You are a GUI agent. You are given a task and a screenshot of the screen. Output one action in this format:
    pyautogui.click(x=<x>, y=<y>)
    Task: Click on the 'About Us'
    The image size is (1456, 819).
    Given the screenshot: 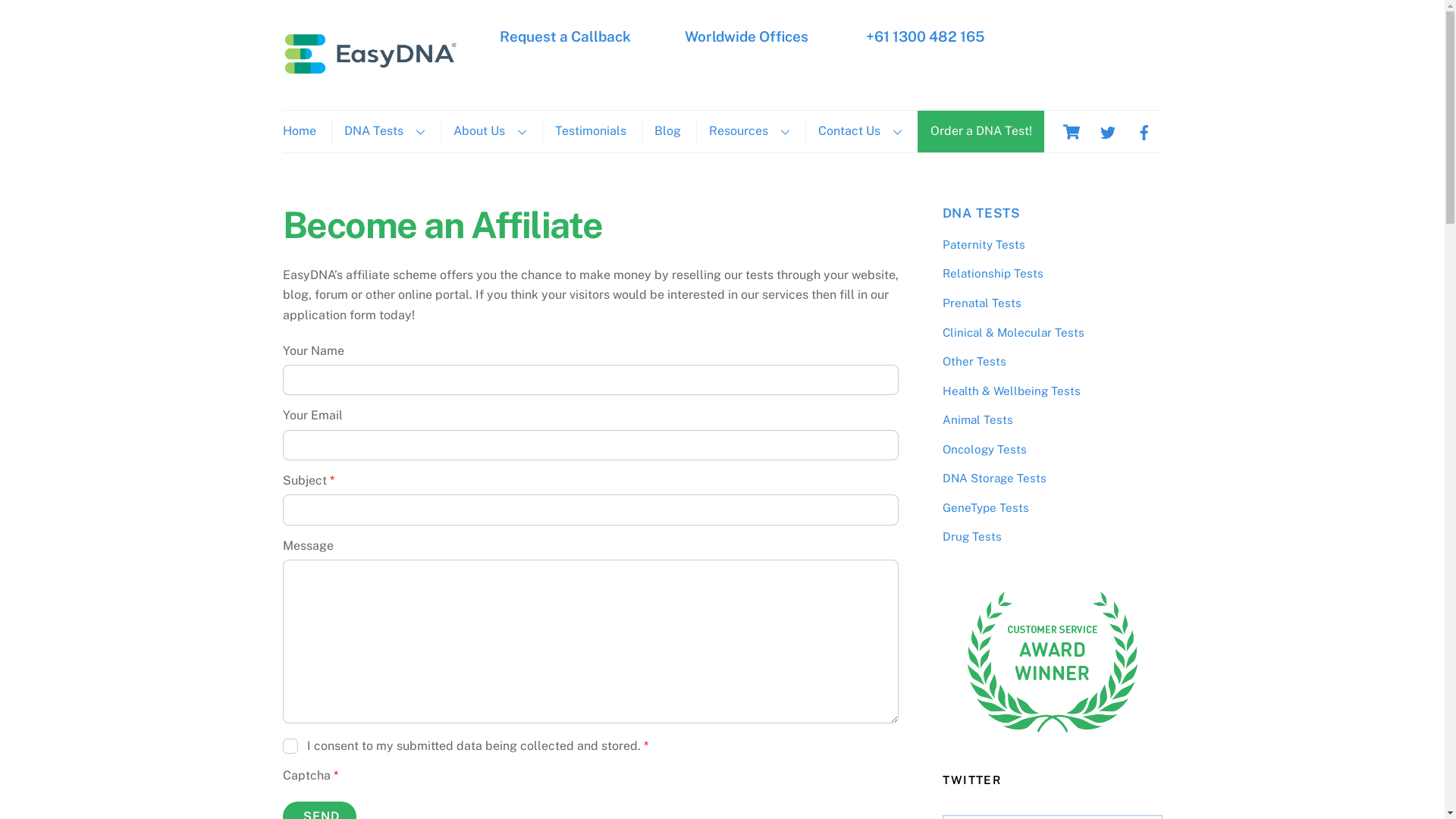 What is the action you would take?
    pyautogui.click(x=488, y=130)
    